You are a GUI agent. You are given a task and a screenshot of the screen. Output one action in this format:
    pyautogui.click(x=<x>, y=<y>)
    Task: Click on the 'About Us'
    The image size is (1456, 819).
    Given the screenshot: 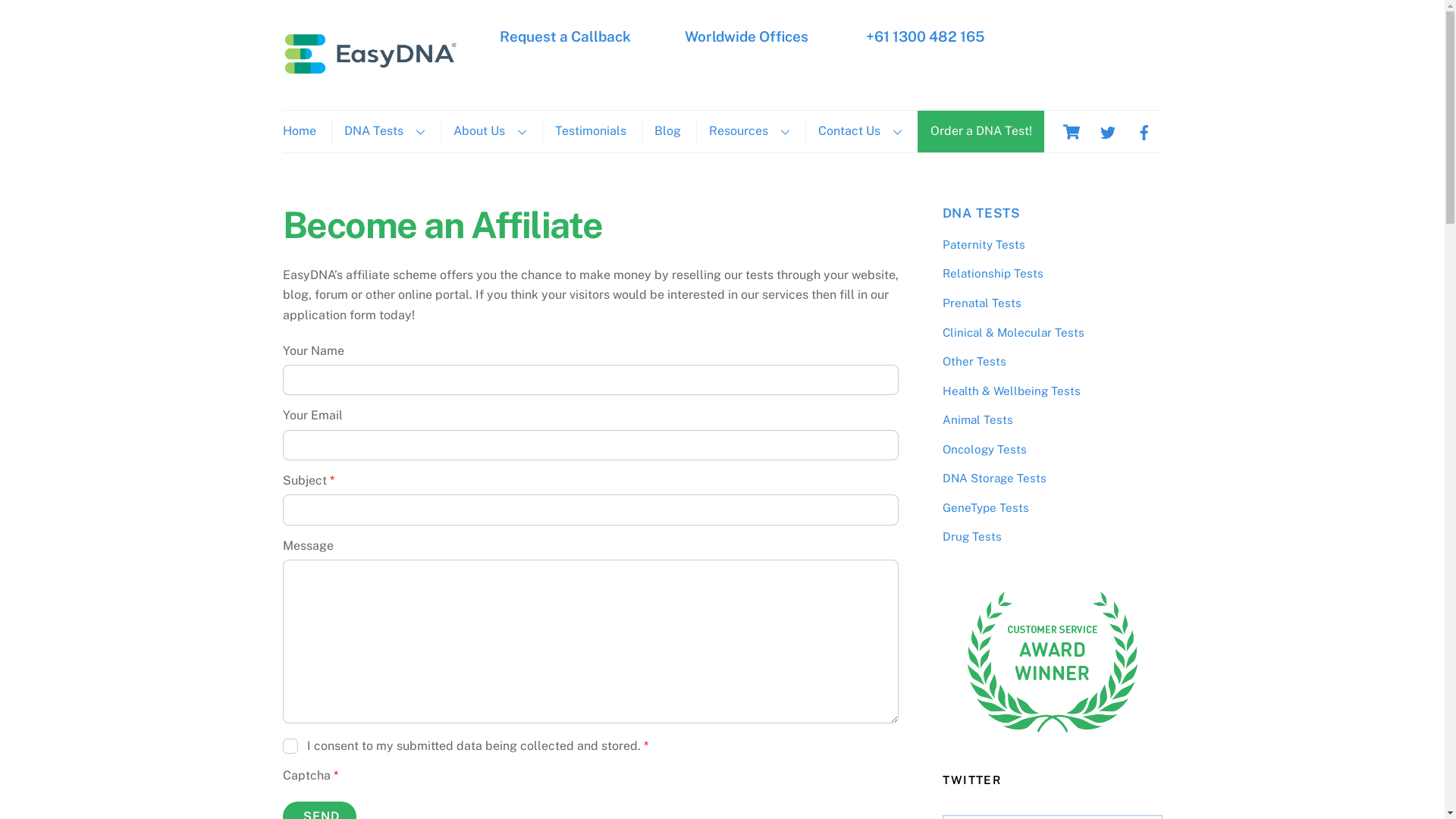 What is the action you would take?
    pyautogui.click(x=488, y=130)
    